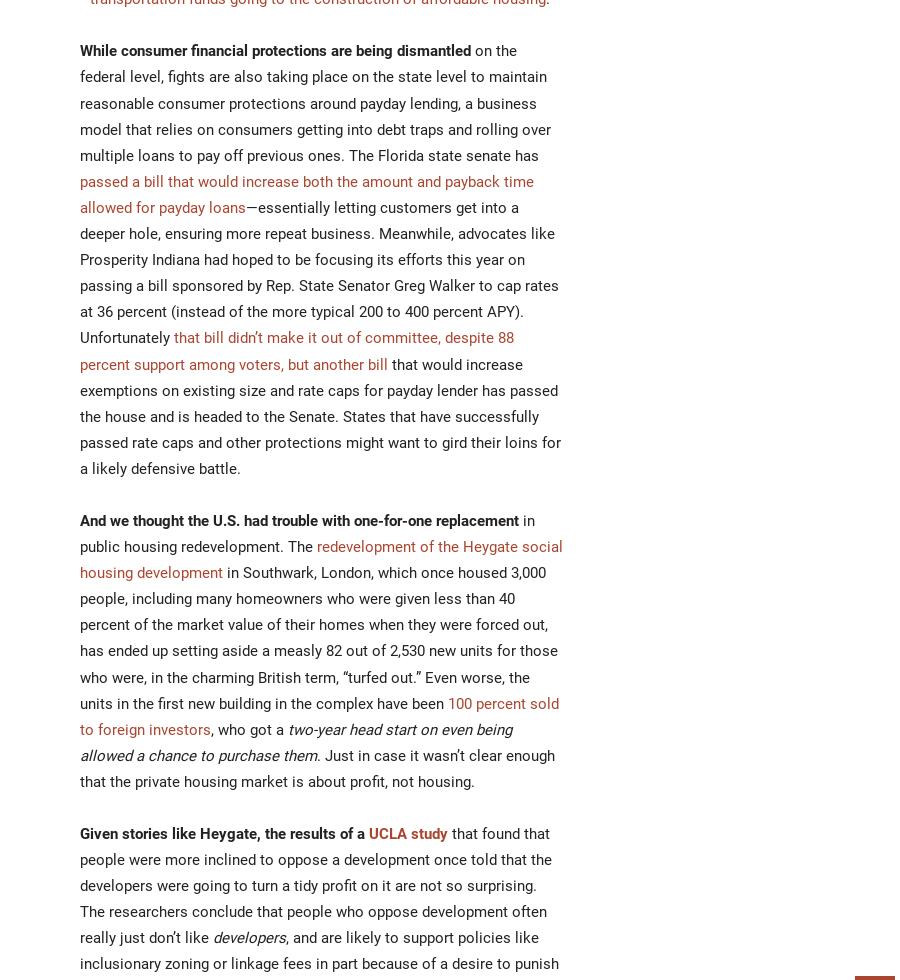 Image resolution: width=900 pixels, height=980 pixels. Describe the element at coordinates (317, 637) in the screenshot. I see `'in Southwark, London, which once housed 3,000 people, including many homeowners who were given less than 40 percent of the market value of their homes when they were forced out, has ended up setting aside a measly 82 out of 2,530 new units for those who were, in the charming British term, “turfed out.” Even worse, the units in the first new building in the complex have been'` at that location.